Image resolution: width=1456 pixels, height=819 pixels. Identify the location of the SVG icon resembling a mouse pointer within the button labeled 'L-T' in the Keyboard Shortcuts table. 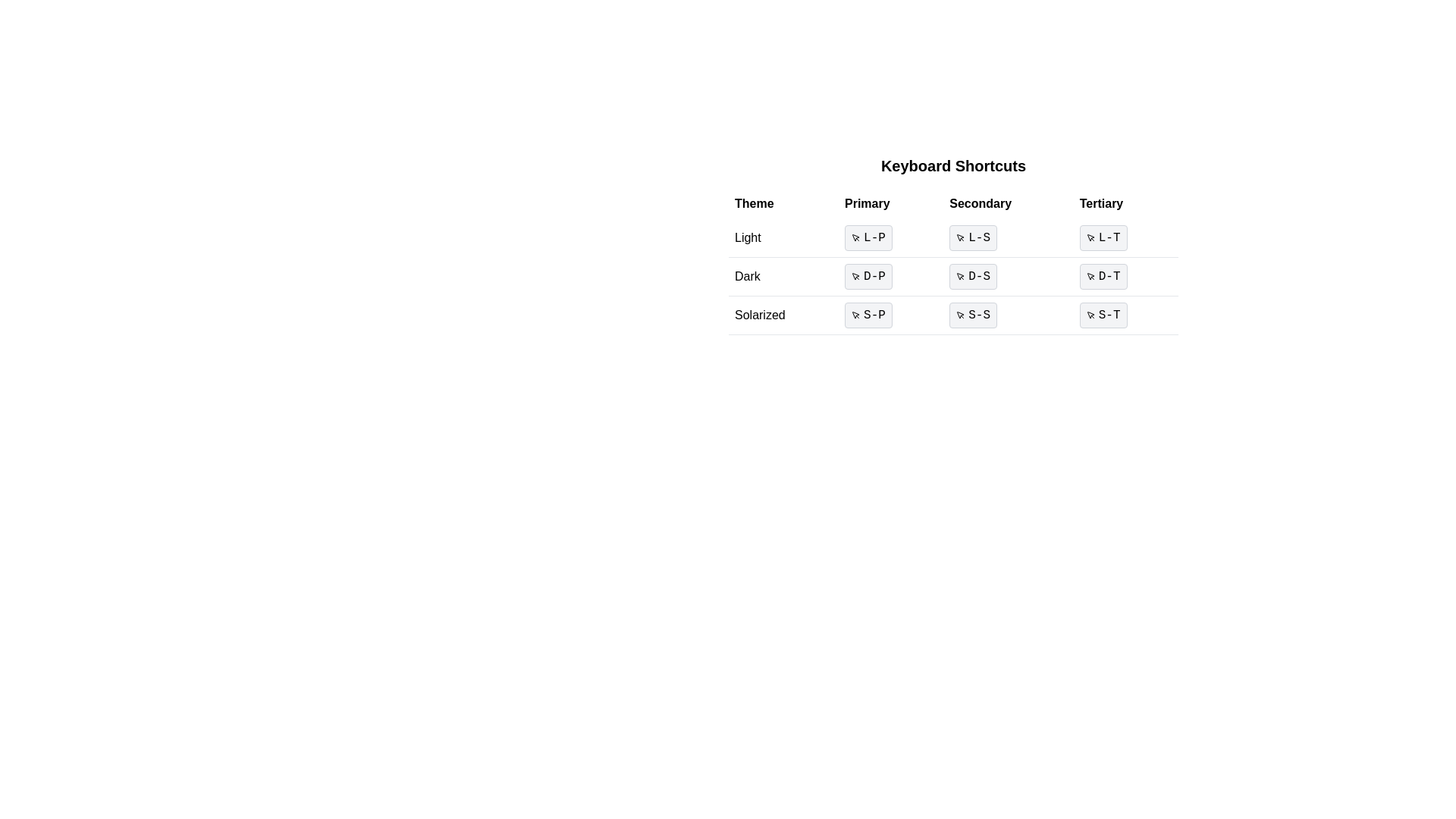
(1090, 237).